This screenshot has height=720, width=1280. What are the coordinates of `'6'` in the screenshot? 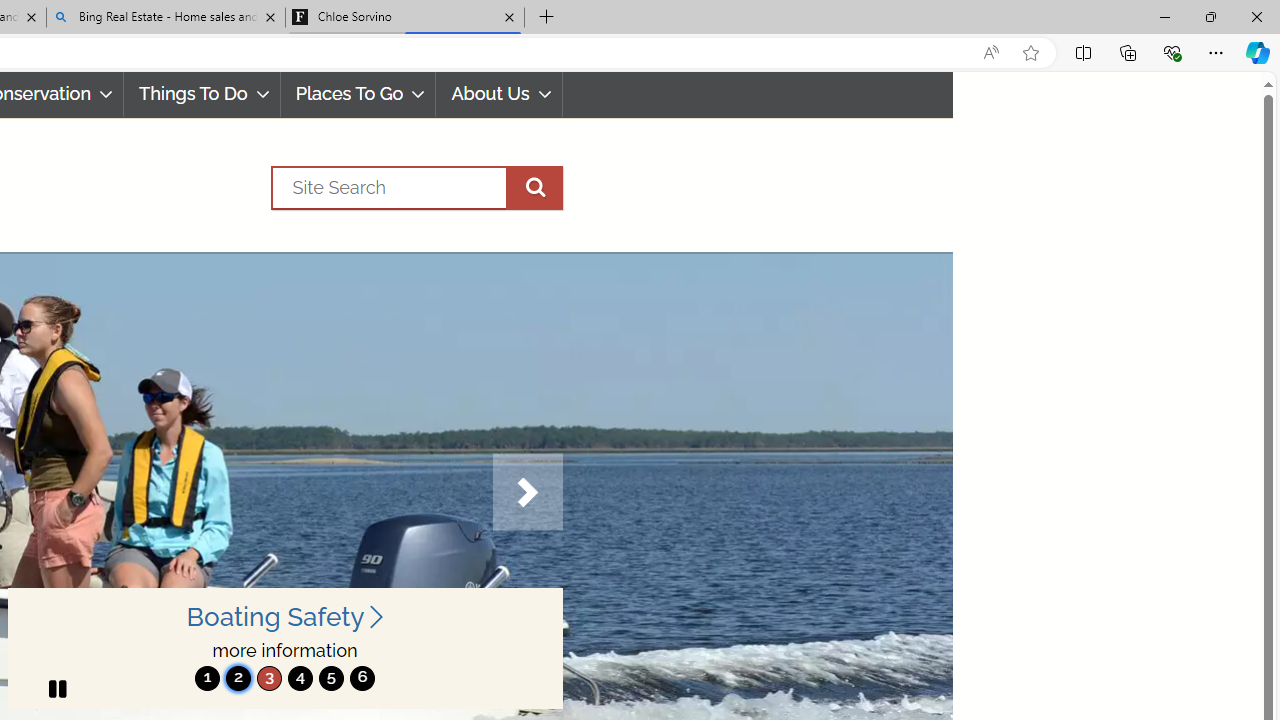 It's located at (362, 677).